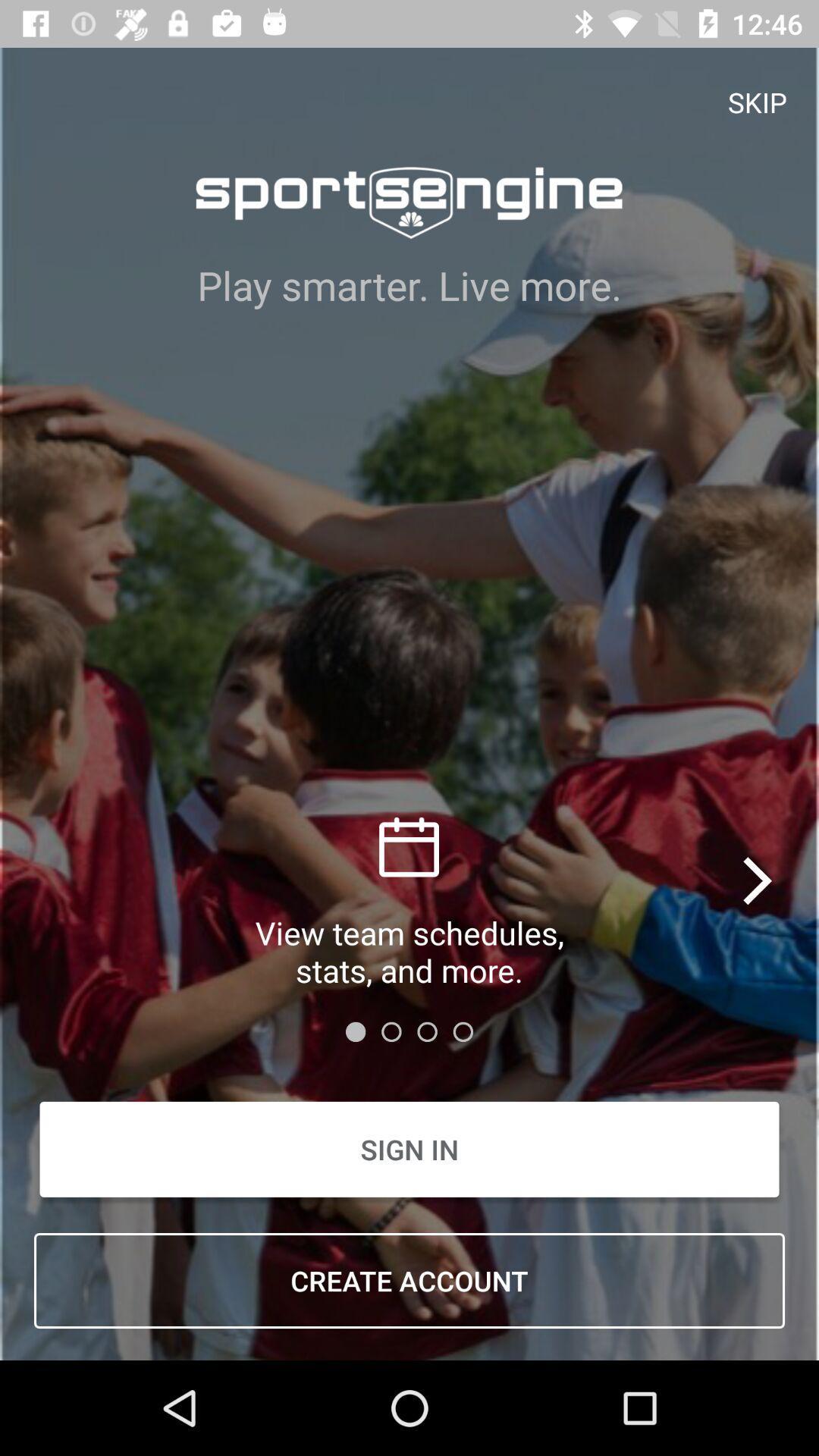 This screenshot has height=1456, width=819. I want to click on the arrow_forward icon, so click(759, 880).